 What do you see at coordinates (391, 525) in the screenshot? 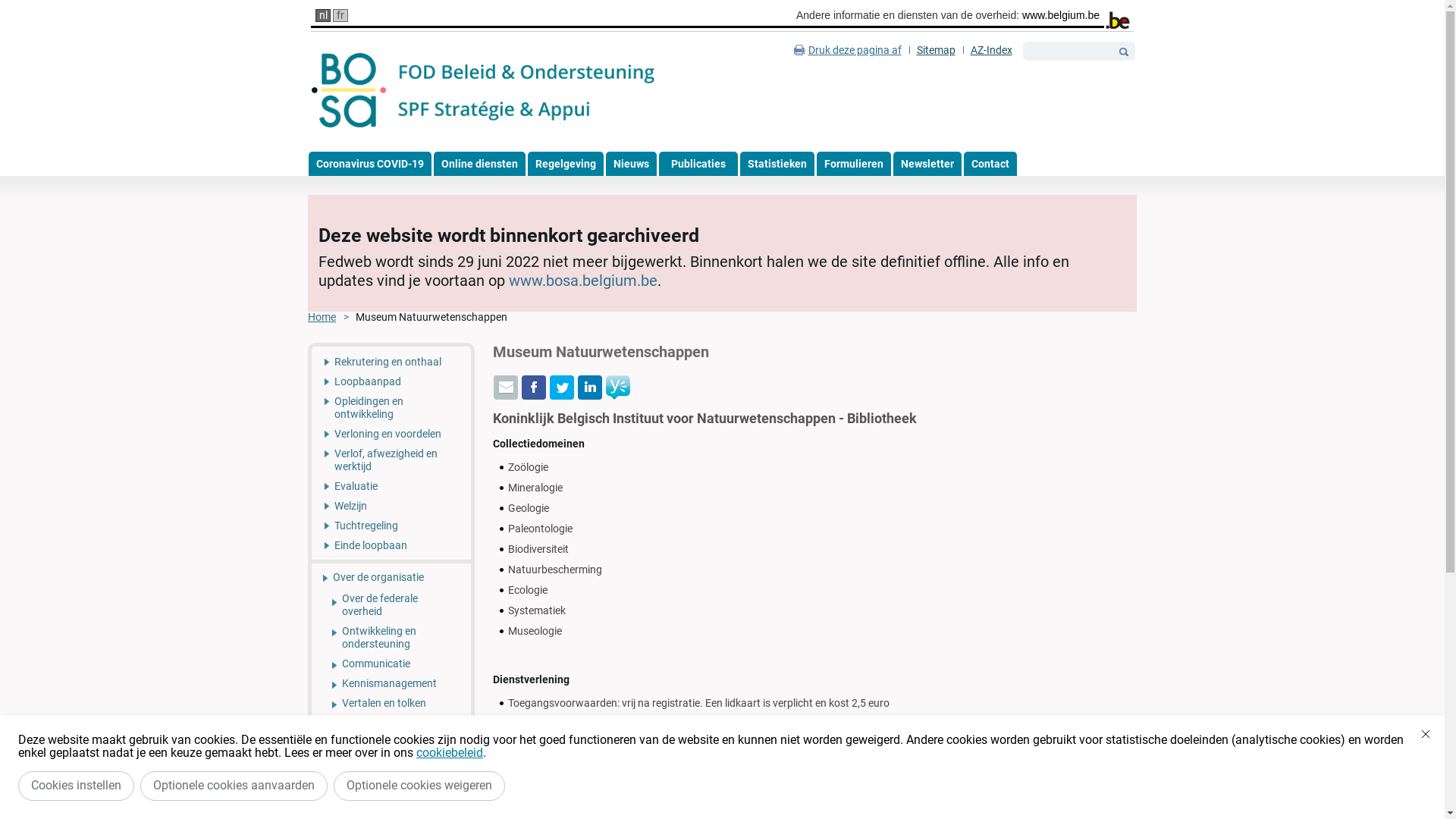
I see `'Tuchtregeling'` at bounding box center [391, 525].